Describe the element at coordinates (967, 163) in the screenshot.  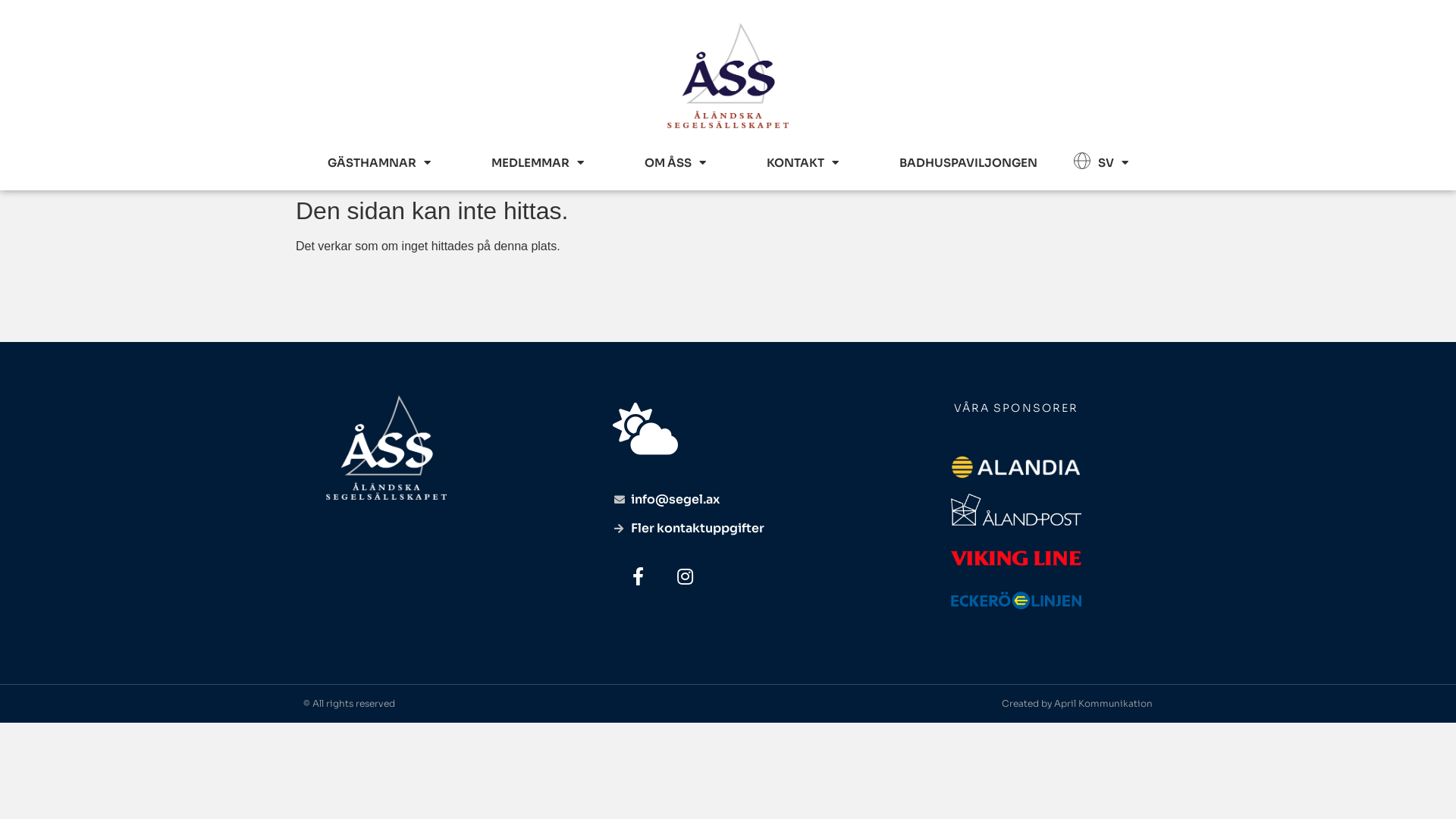
I see `'BADHUSPAVILJONGEN'` at that location.